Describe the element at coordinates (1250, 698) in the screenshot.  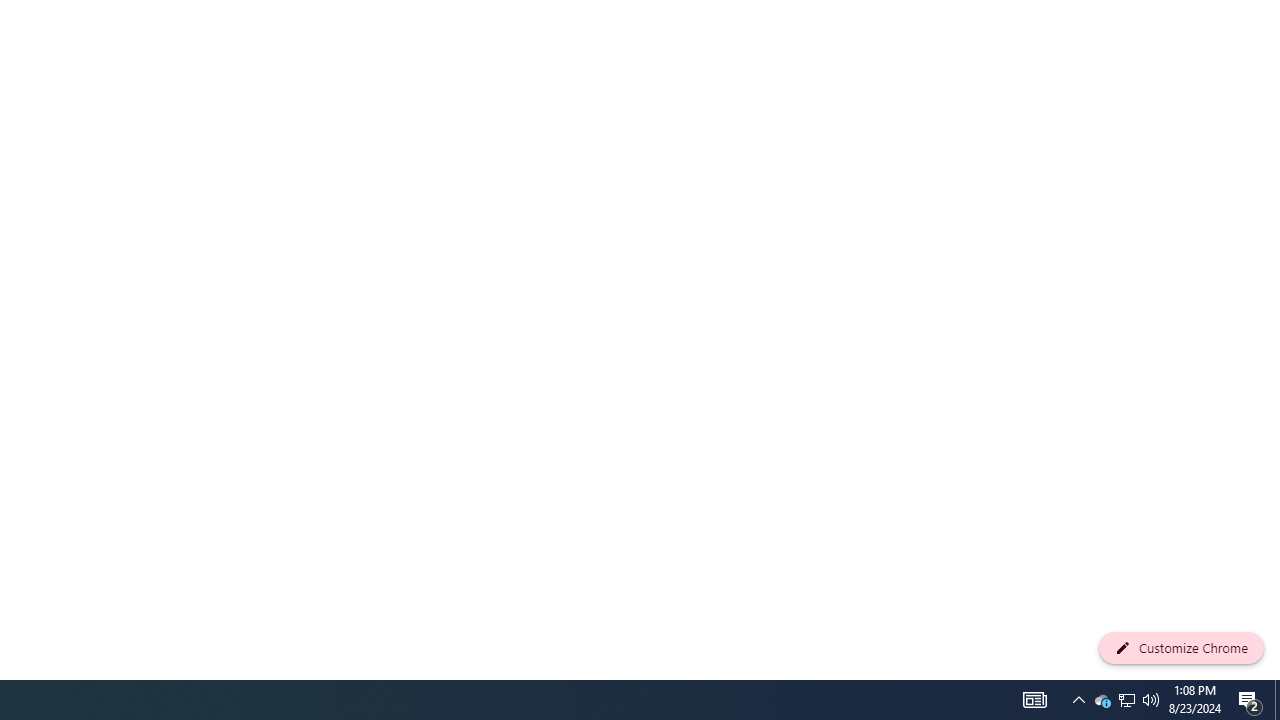
I see `'Action Center, 2 new notifications'` at that location.